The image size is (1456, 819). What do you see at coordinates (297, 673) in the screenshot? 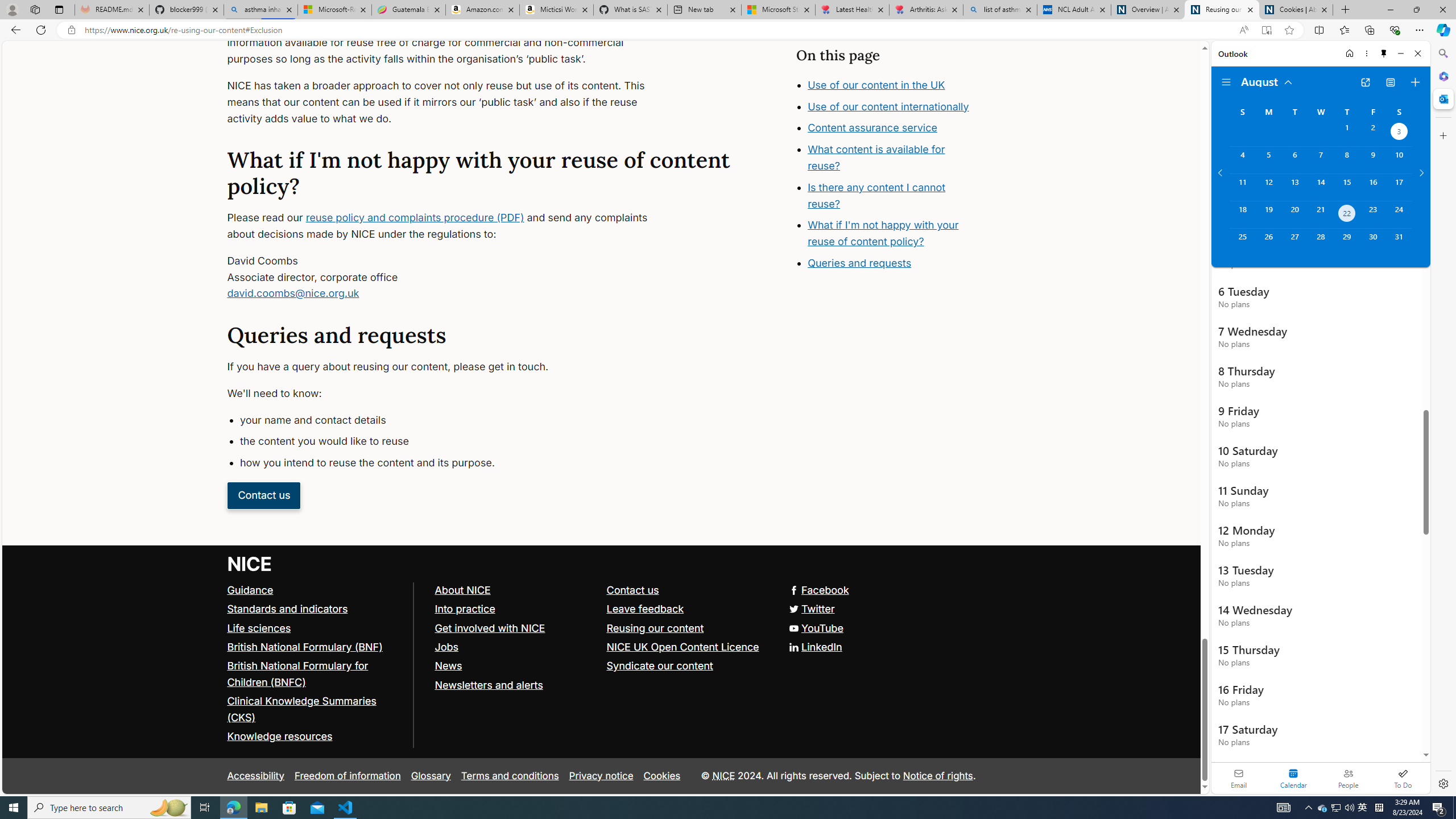
I see `'British National Formulary for Children (BNFC)'` at bounding box center [297, 673].